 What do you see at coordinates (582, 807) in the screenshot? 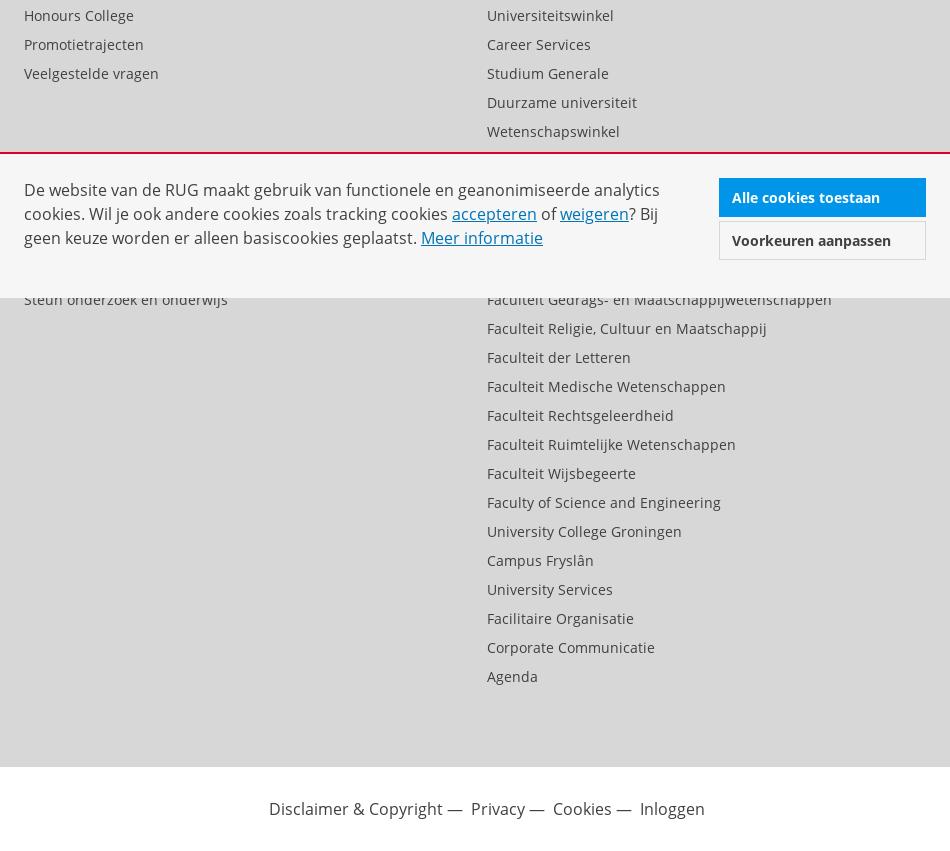
I see `'Cookies'` at bounding box center [582, 807].